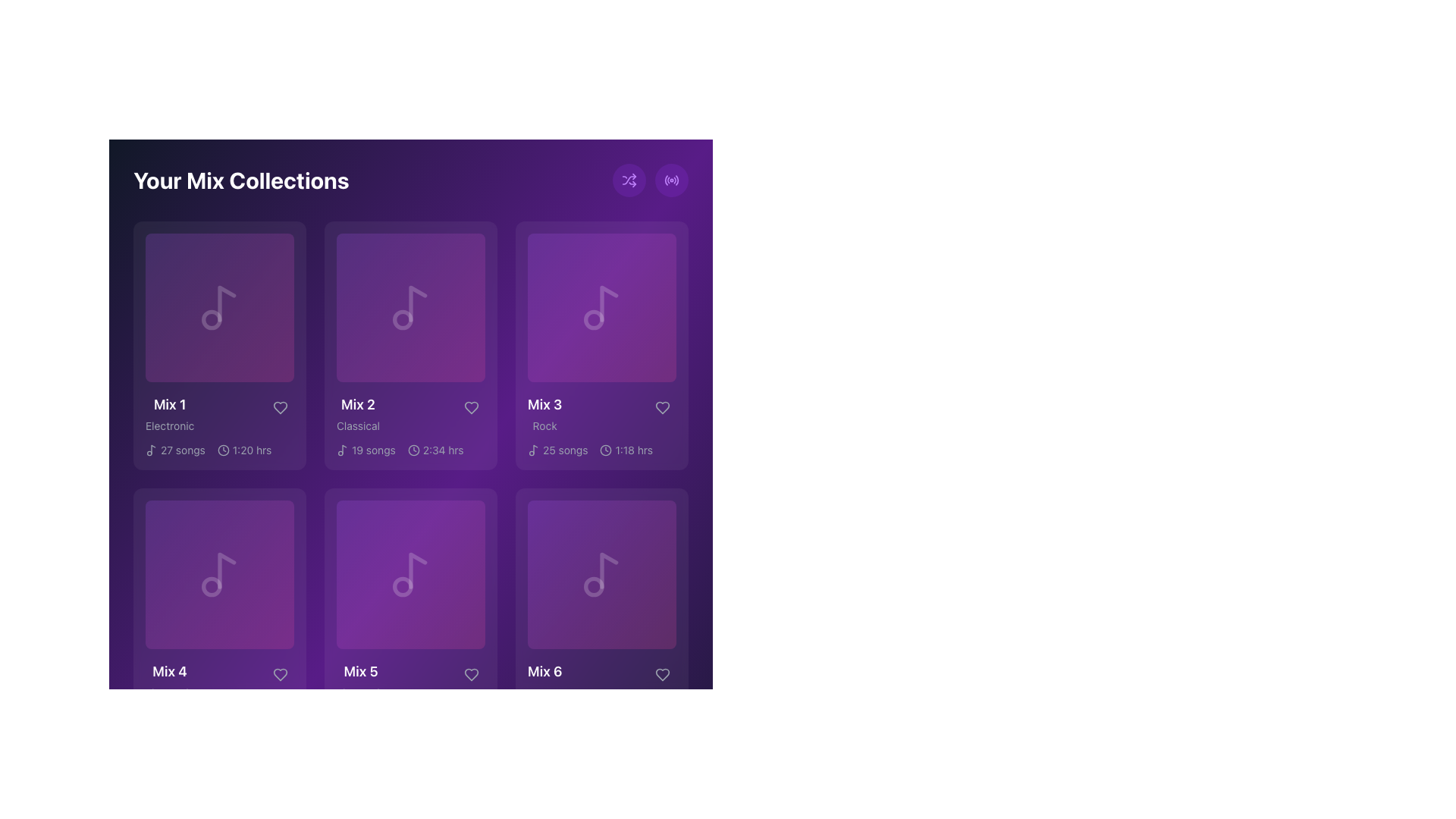 The width and height of the screenshot is (1456, 819). Describe the element at coordinates (366, 450) in the screenshot. I see `the label indicating the number of songs in the 'Mix 2' playlist, located in the upper-middle card of the mix collection grid layout` at that location.